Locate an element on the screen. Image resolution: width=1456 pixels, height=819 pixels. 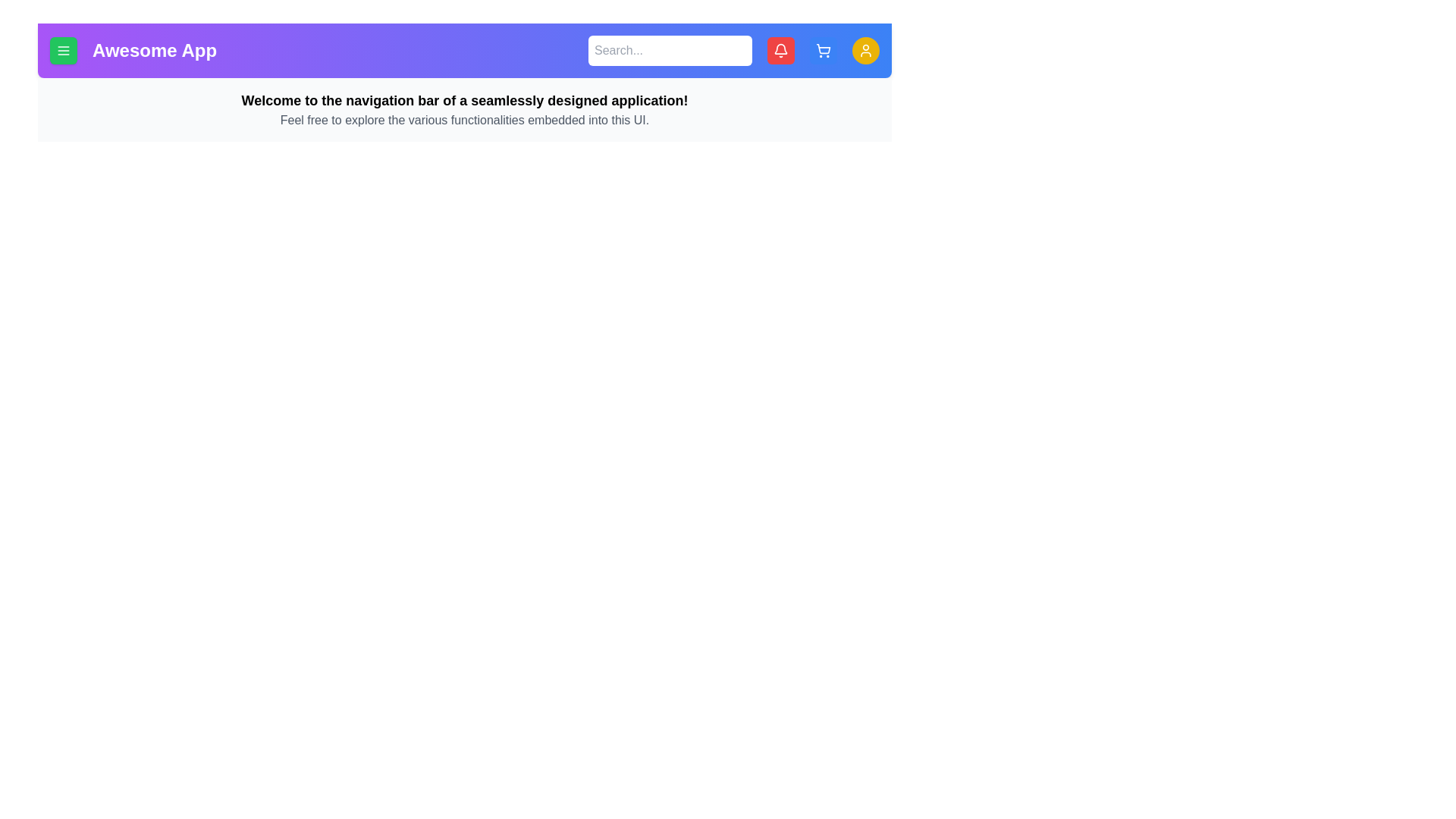
shopping cart button to view the cart is located at coordinates (822, 49).